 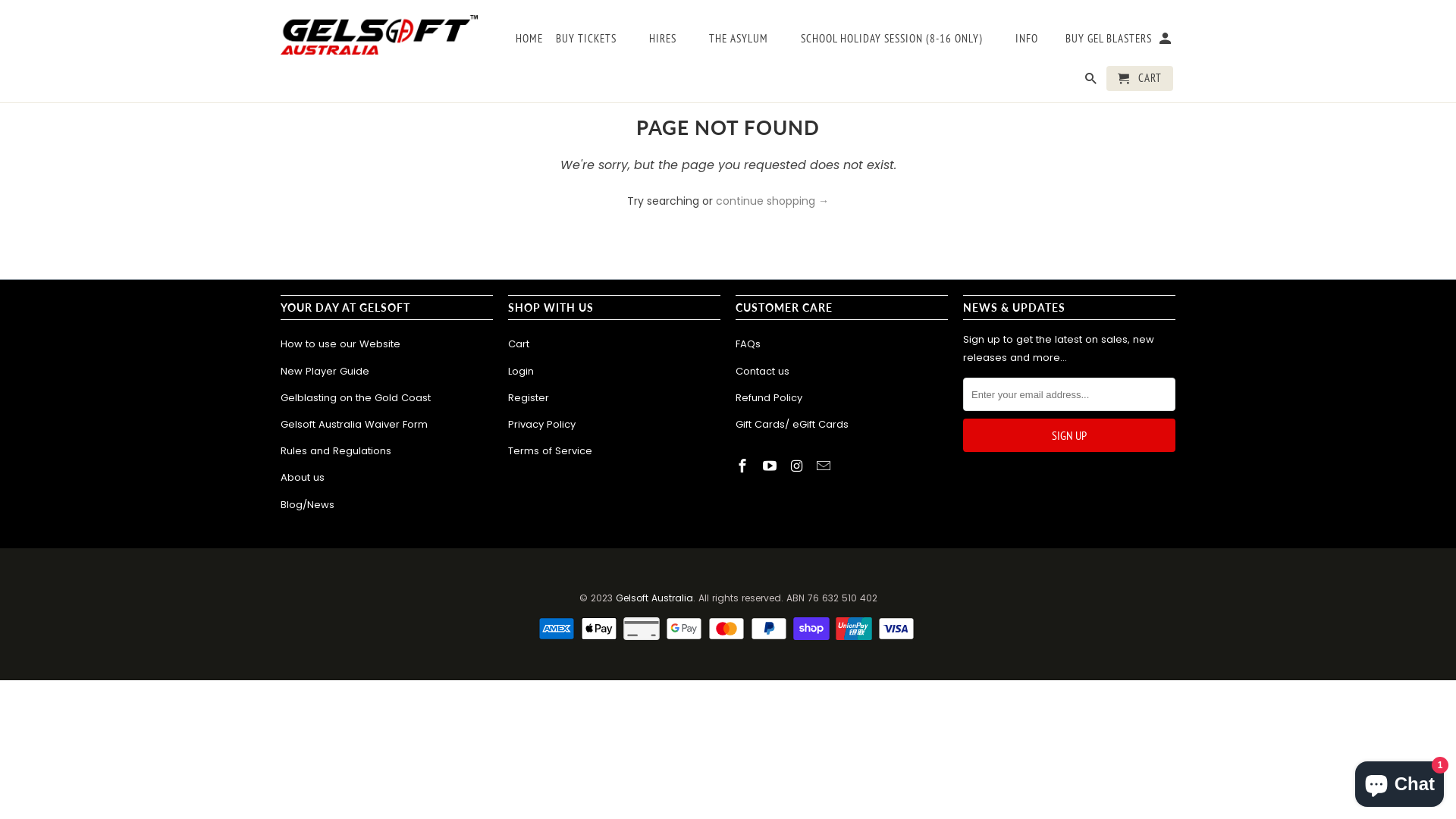 What do you see at coordinates (324, 371) in the screenshot?
I see `'New Player Guide'` at bounding box center [324, 371].